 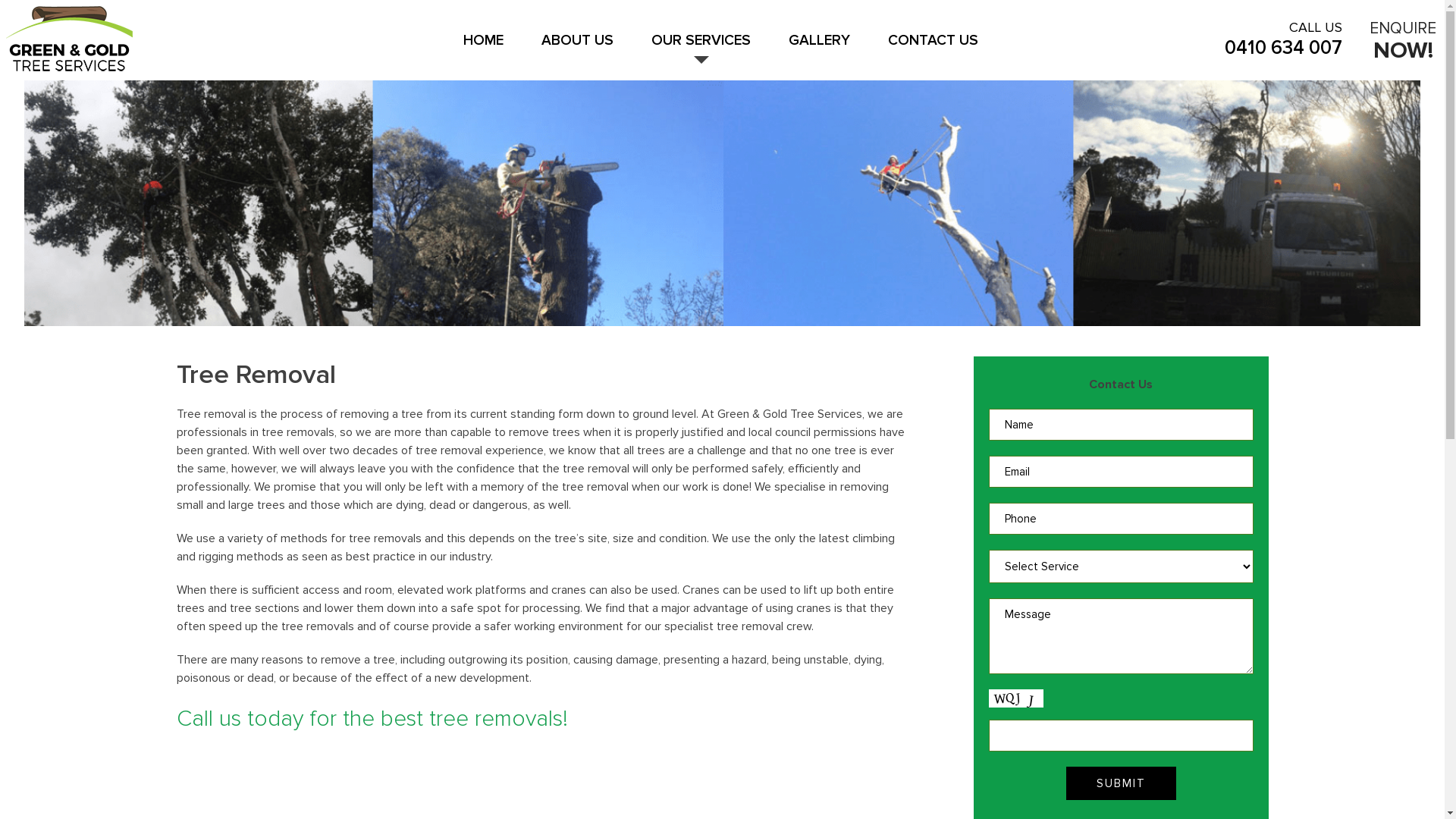 I want to click on 'SUBMIT', so click(x=1121, y=783).